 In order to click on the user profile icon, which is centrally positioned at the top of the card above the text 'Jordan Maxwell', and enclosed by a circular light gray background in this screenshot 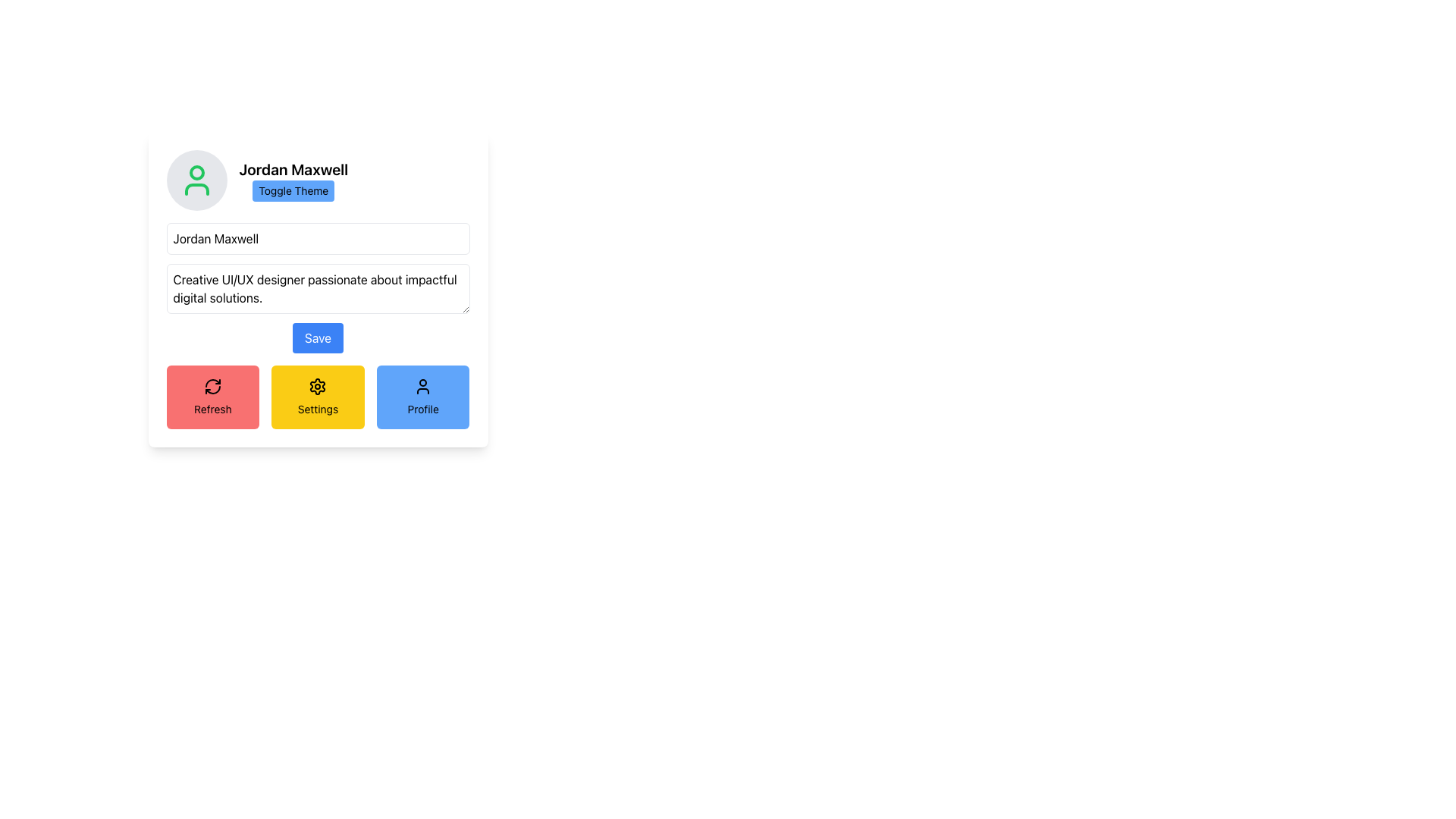, I will do `click(196, 180)`.